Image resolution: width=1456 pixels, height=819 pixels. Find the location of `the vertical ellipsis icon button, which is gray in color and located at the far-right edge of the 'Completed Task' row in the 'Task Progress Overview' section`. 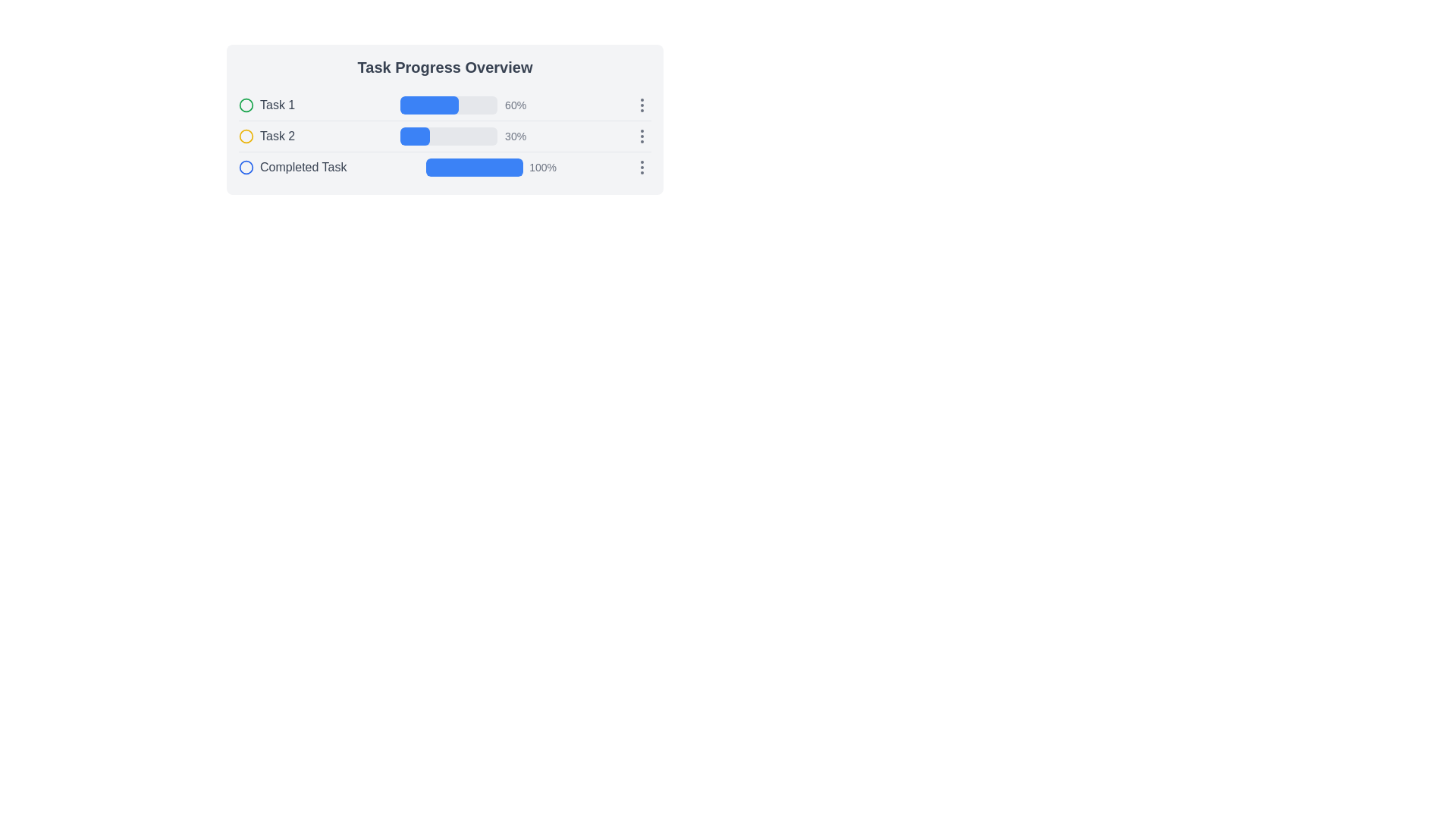

the vertical ellipsis icon button, which is gray in color and located at the far-right edge of the 'Completed Task' row in the 'Task Progress Overview' section is located at coordinates (642, 167).